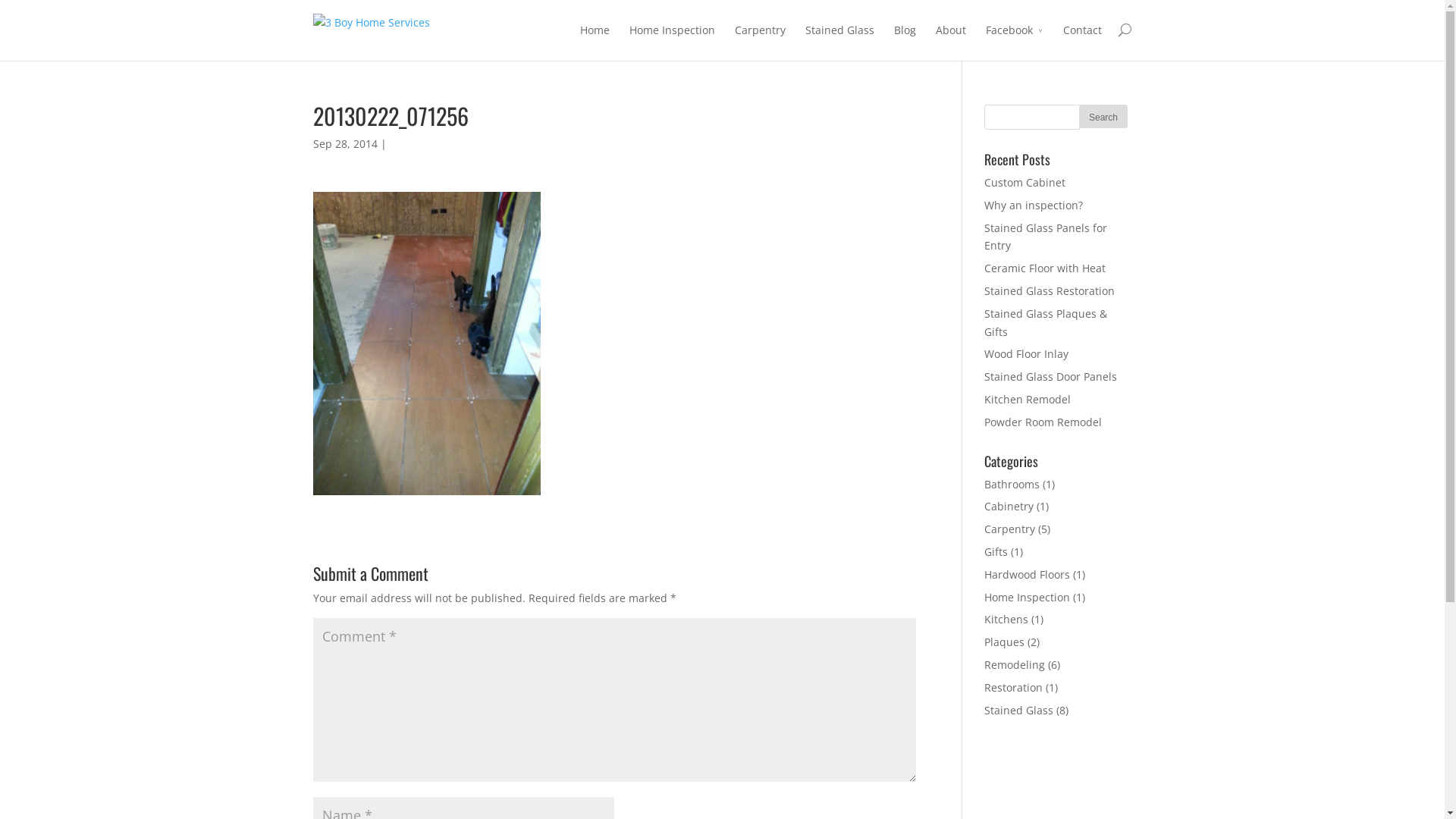 The image size is (1456, 819). Describe the element at coordinates (1050, 375) in the screenshot. I see `'Stained Glass Door Panels'` at that location.